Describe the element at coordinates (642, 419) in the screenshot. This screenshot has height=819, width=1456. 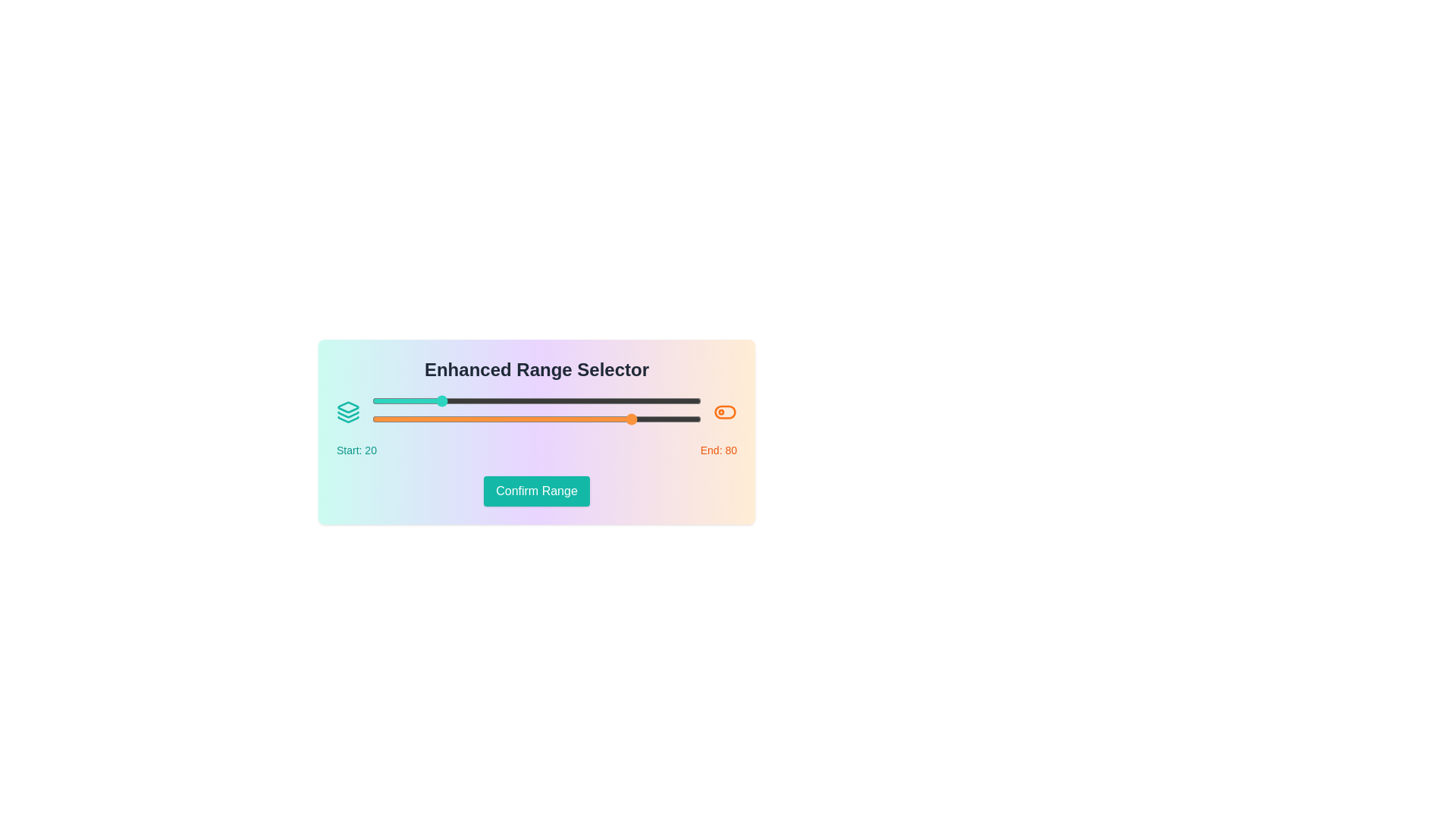
I see `the slider value` at that location.